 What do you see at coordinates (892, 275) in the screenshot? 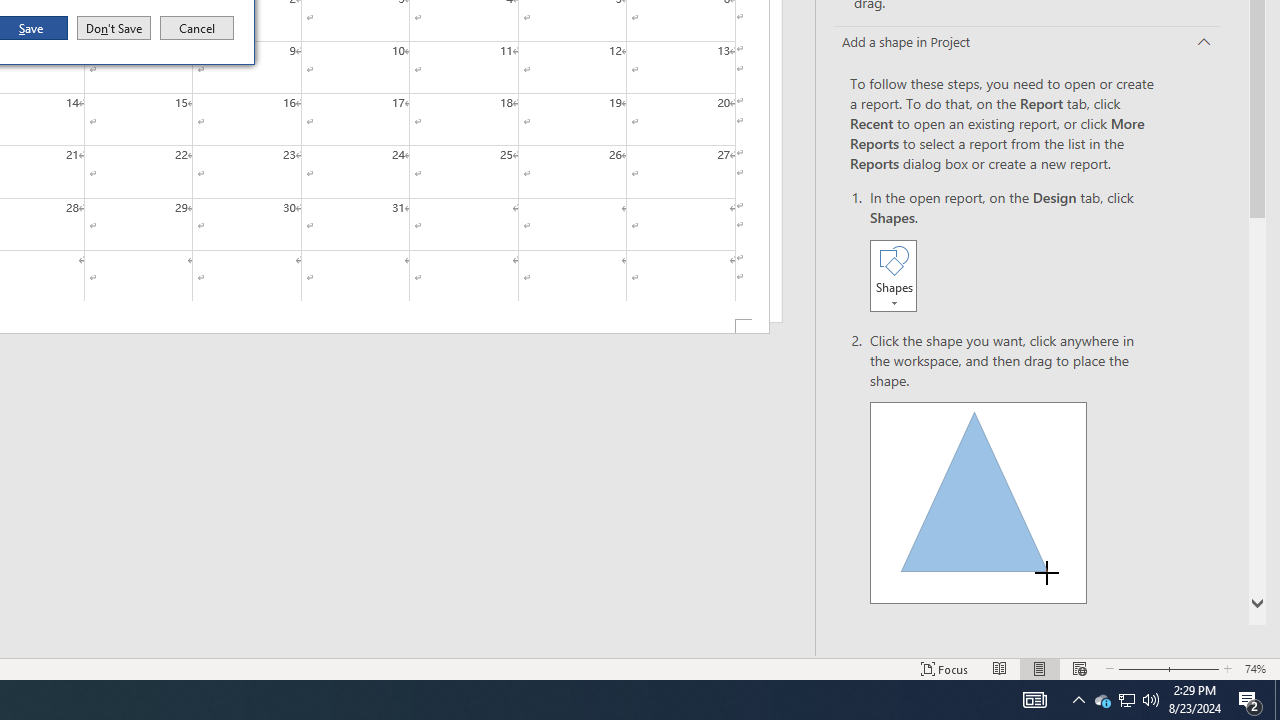
I see `'Insert Shapes button'` at bounding box center [892, 275].